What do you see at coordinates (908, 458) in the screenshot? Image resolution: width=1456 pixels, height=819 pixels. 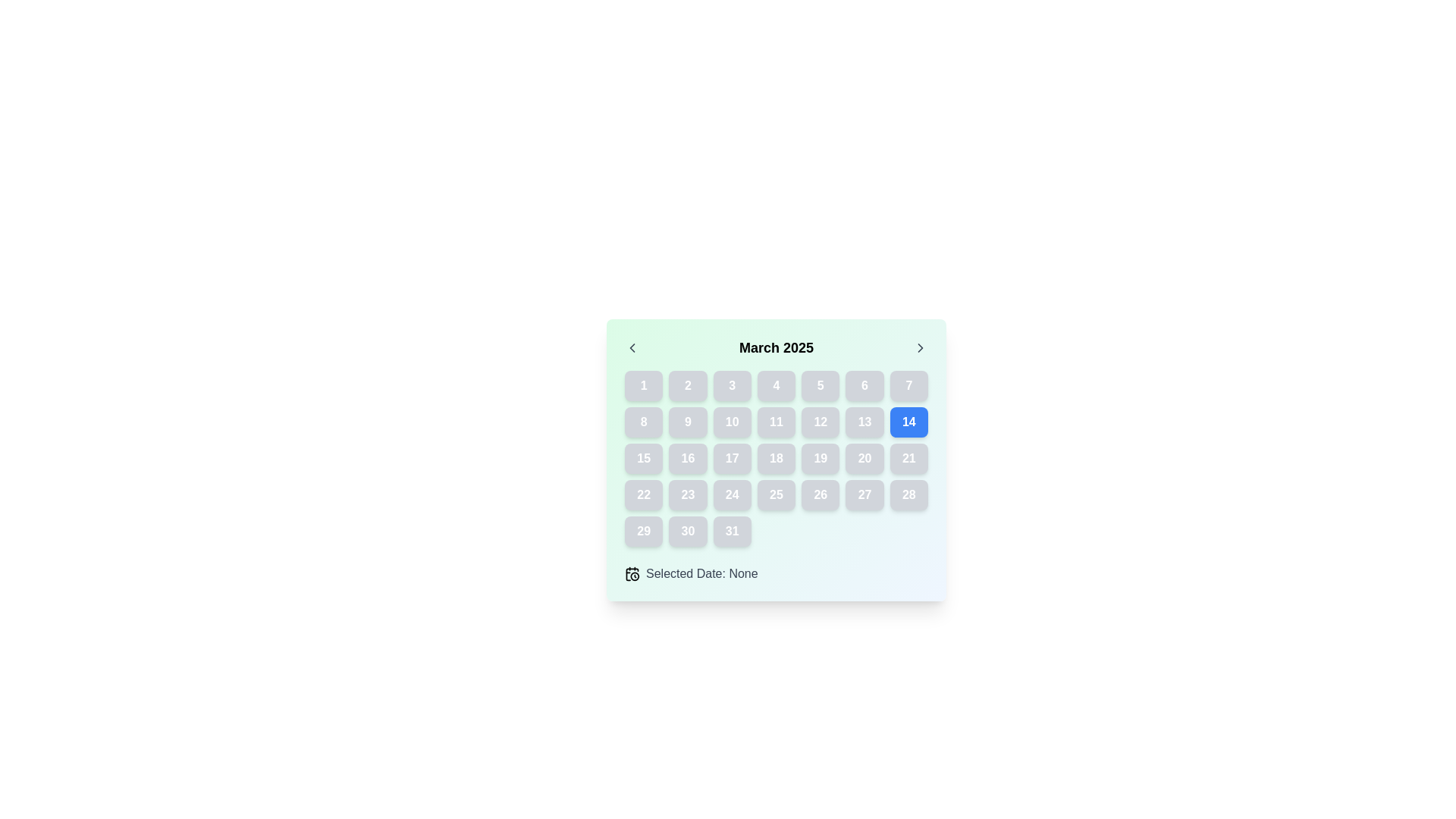 I see `the interactive button representing the date '21' in the calendar grid` at bounding box center [908, 458].